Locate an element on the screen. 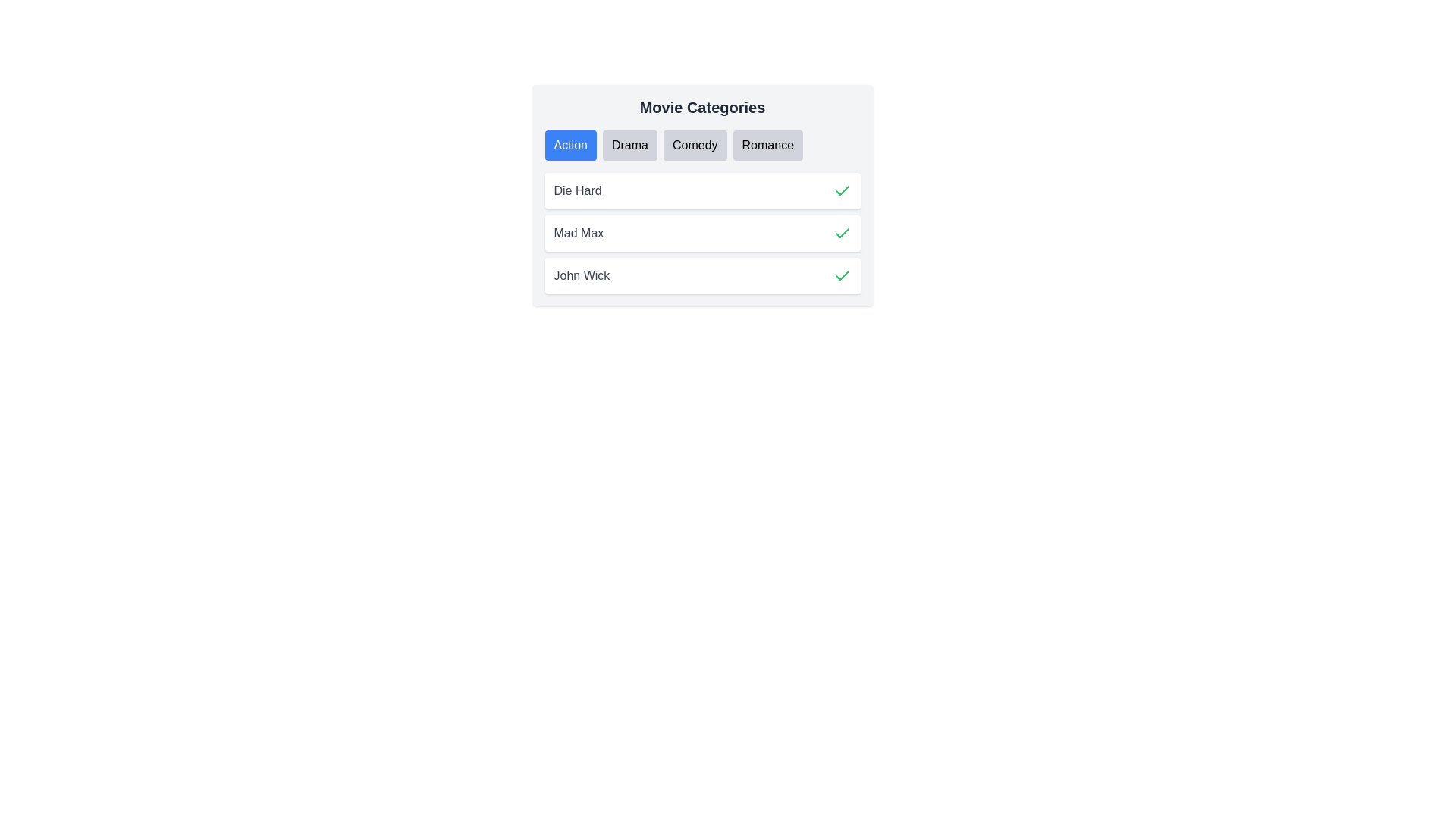  the second selectable list item in the category, which is positioned below 'Die Hard' and above 'John Wick', indicated by a green checkmark is located at coordinates (701, 234).